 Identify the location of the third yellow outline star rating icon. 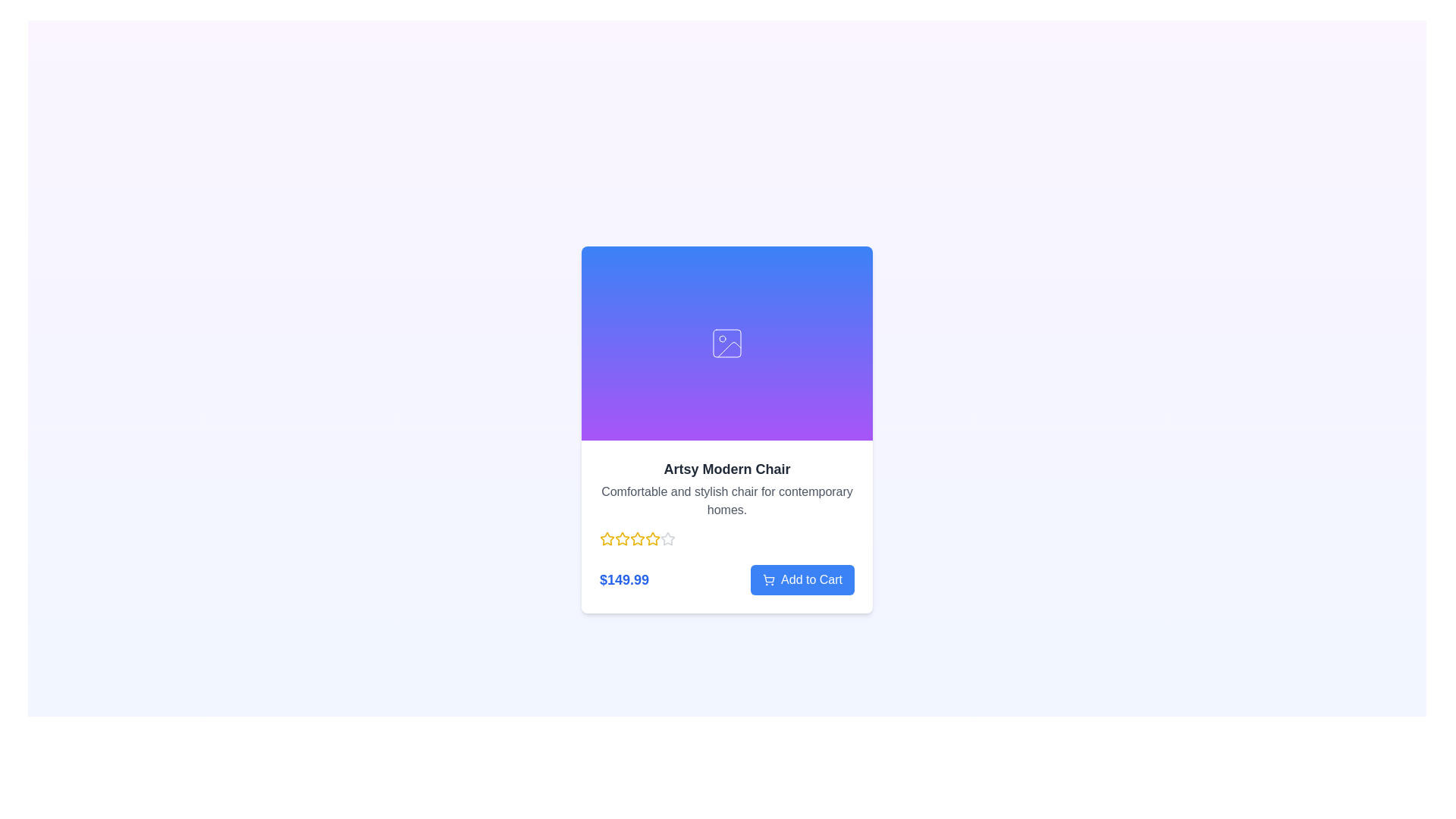
(622, 538).